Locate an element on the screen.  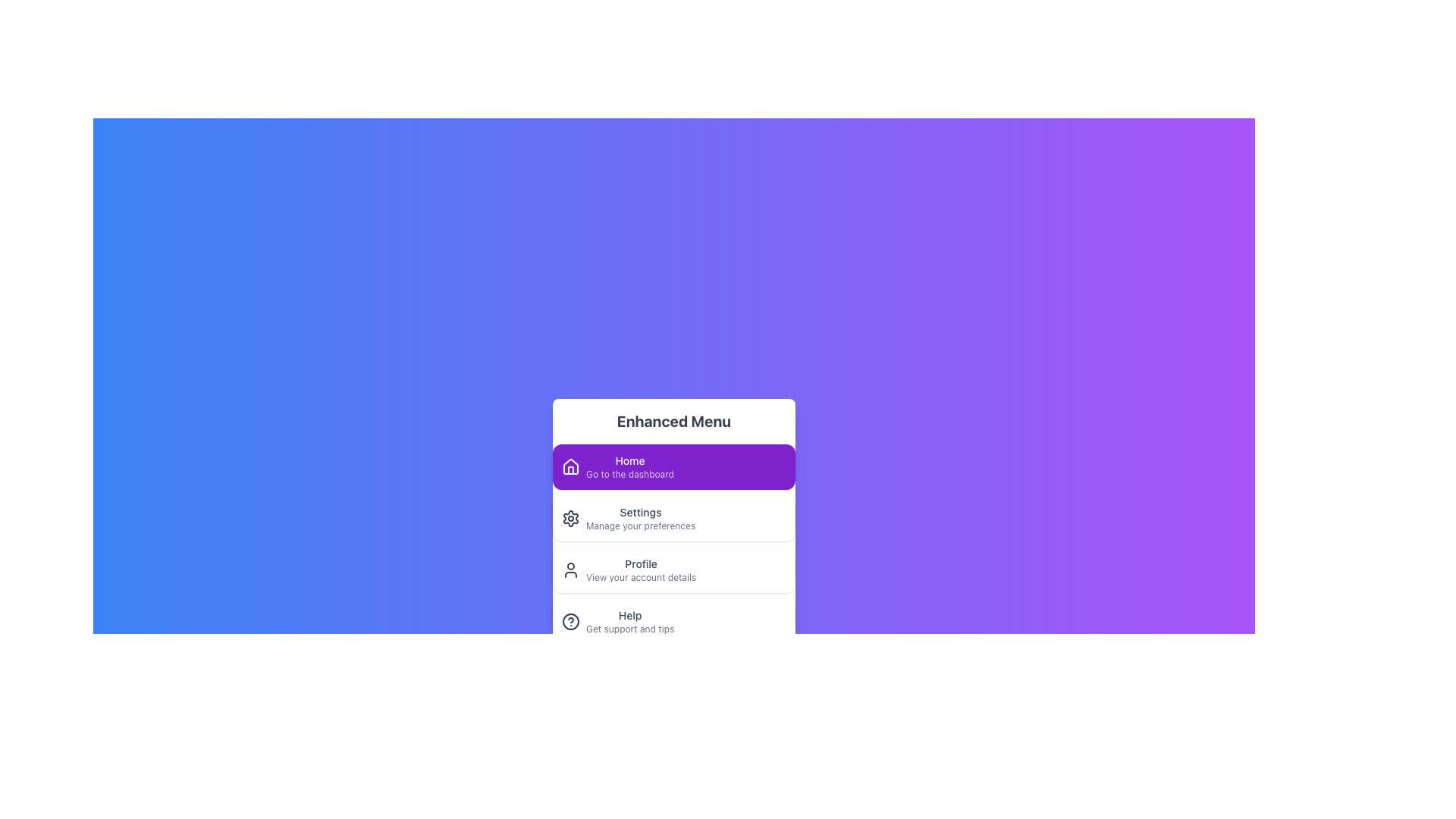
the text label that says 'View your account details', which is located beneath the bold 'Profile' text in the menu panel is located at coordinates (641, 578).